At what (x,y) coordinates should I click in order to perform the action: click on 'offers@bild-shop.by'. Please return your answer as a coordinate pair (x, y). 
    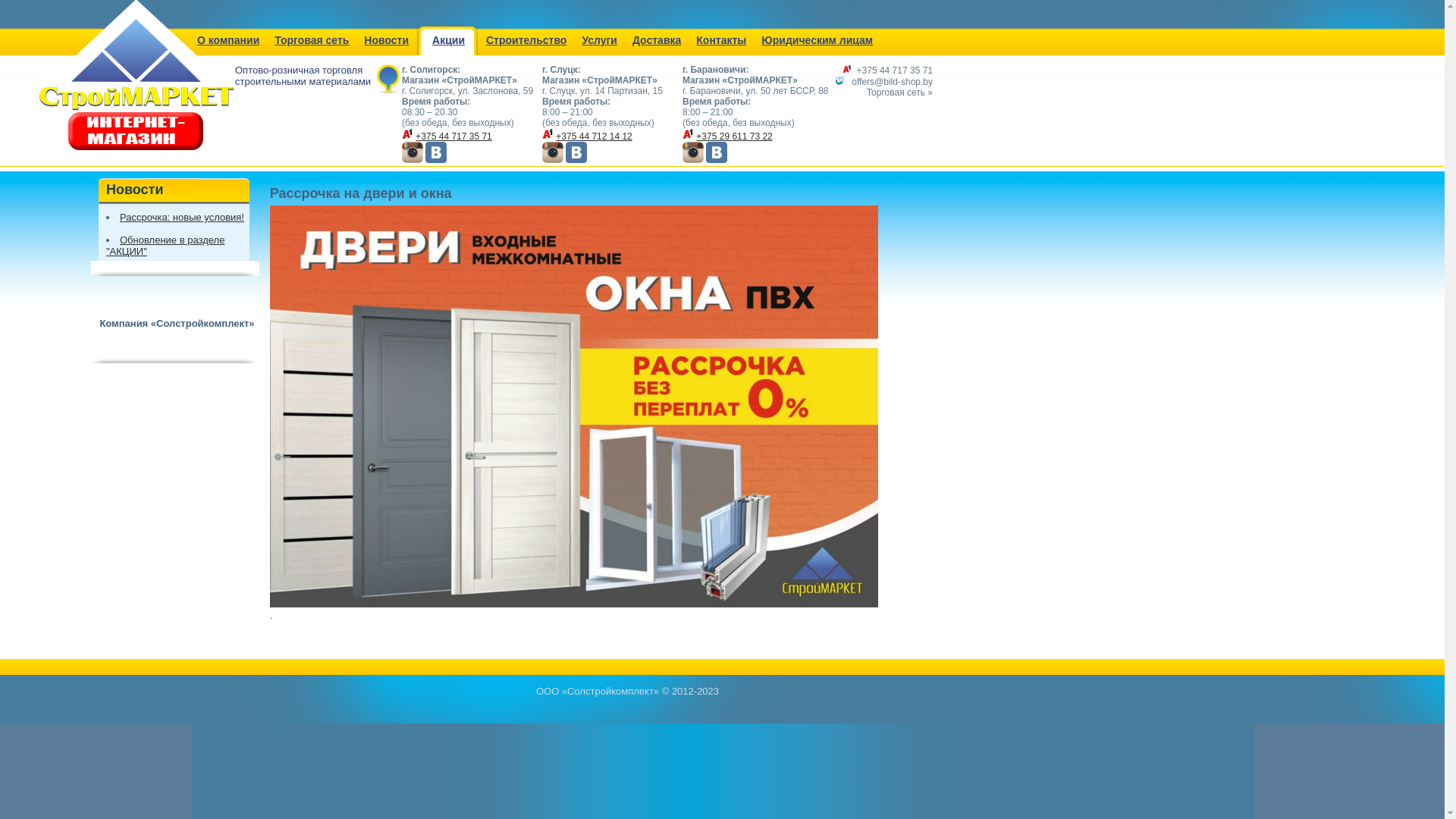
    Looking at the image, I should click on (892, 82).